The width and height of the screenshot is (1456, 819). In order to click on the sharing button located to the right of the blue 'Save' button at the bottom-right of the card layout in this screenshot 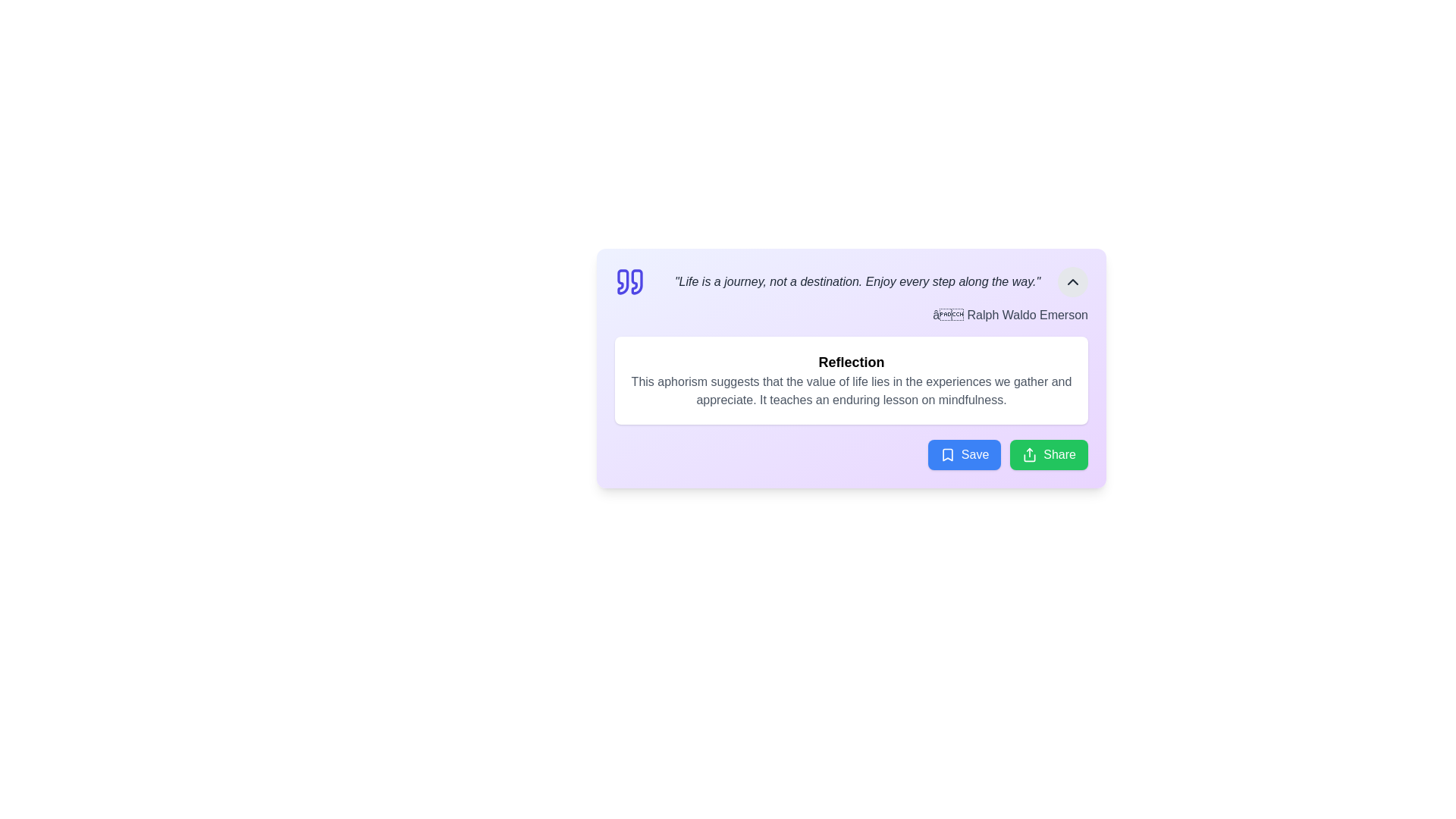, I will do `click(1048, 454)`.